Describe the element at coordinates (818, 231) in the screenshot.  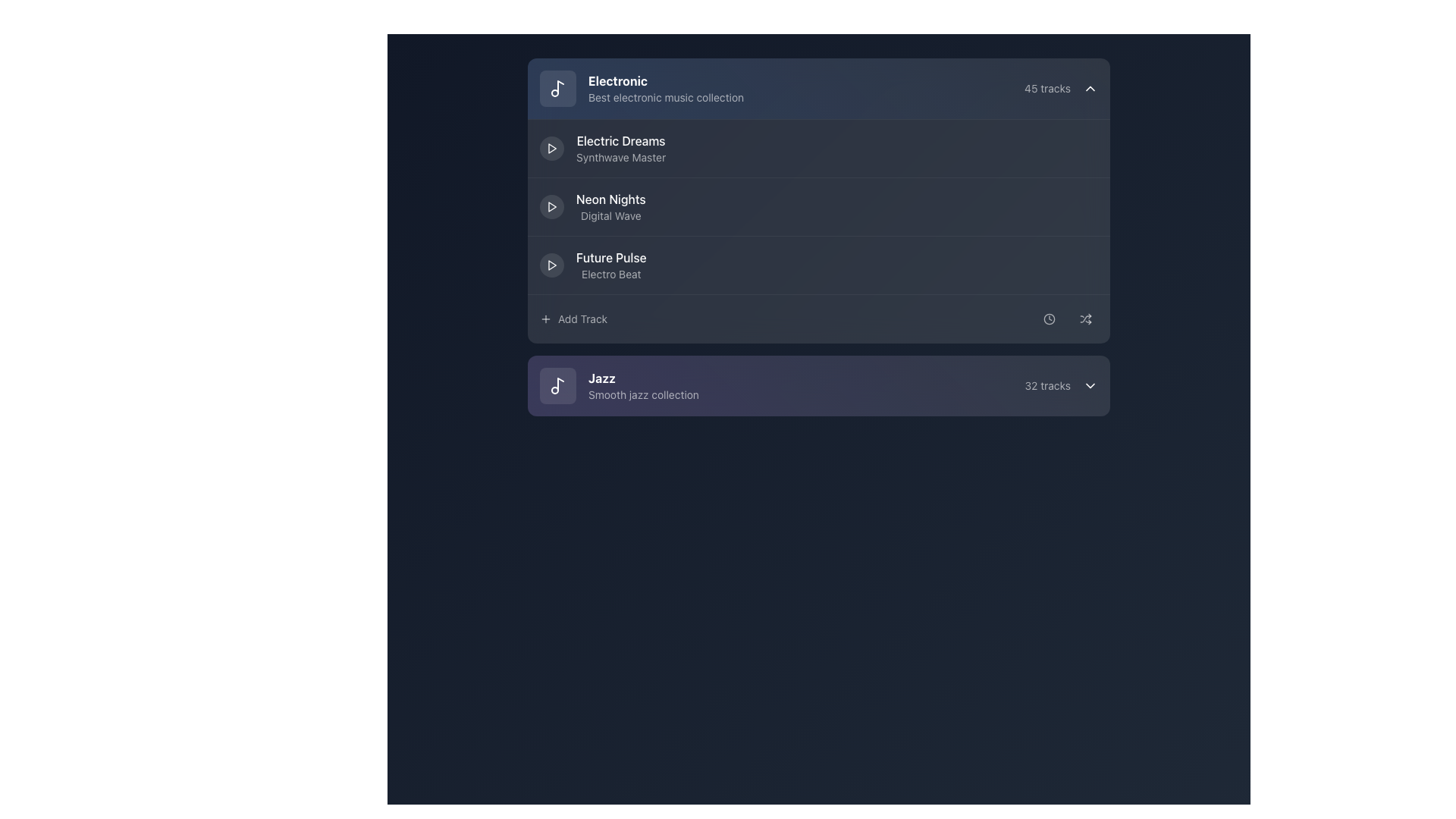
I see `the track title in the vertically aligned list of music tracks` at that location.